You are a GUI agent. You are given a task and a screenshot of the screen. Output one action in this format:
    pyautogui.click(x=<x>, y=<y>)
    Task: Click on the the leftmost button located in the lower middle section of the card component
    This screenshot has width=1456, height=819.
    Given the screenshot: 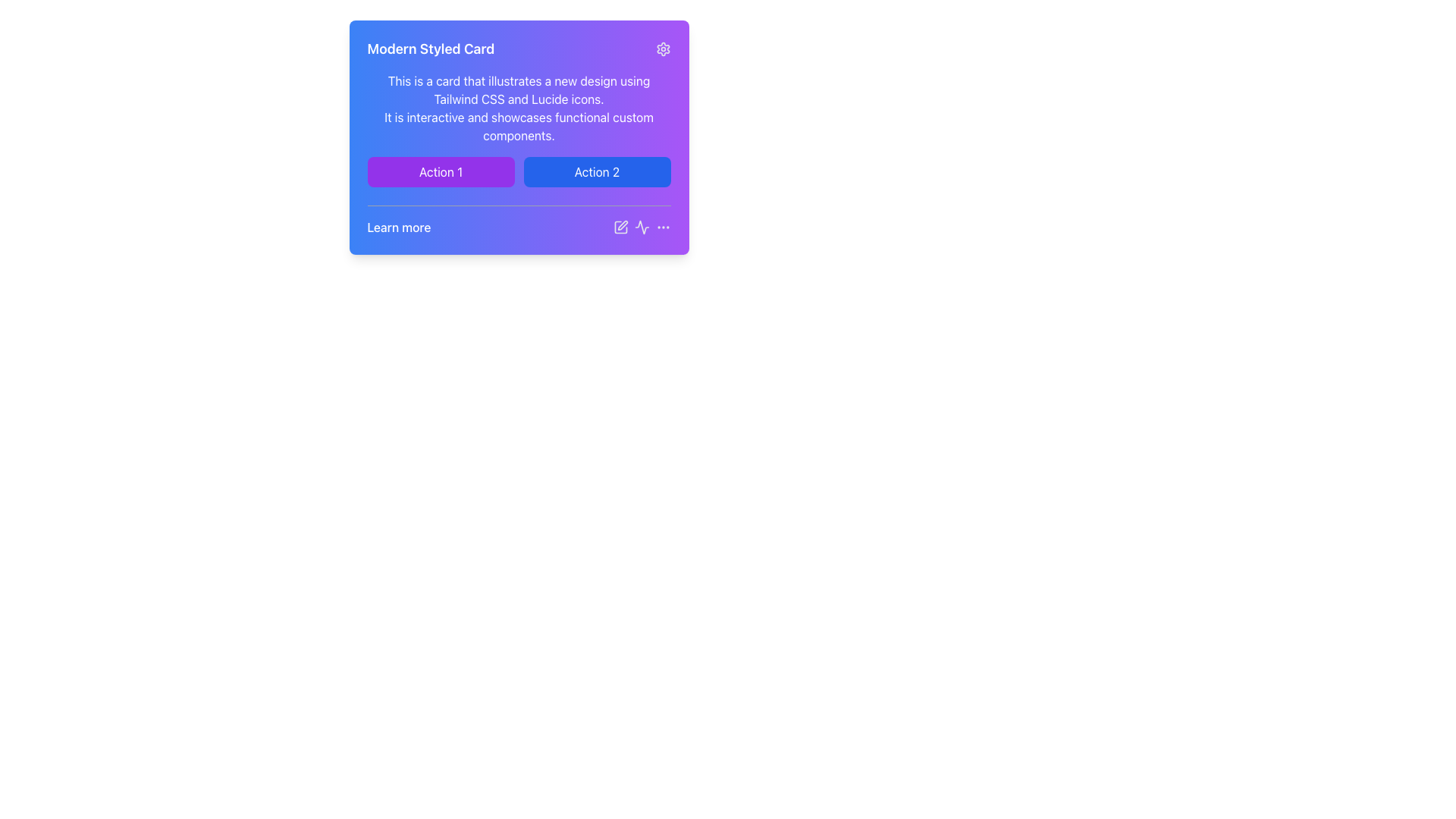 What is the action you would take?
    pyautogui.click(x=440, y=171)
    